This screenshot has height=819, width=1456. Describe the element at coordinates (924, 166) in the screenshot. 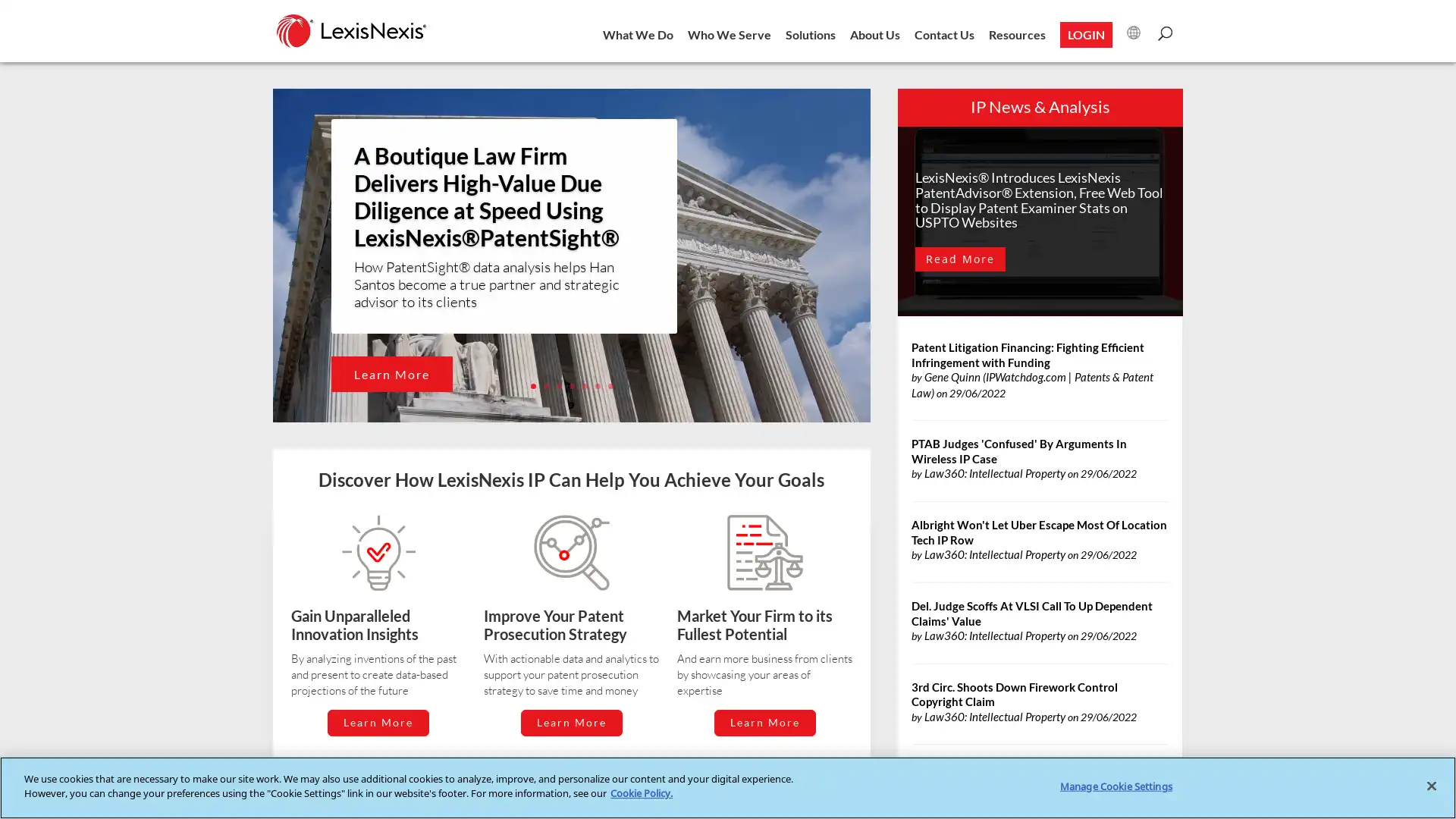

I see `Close` at that location.